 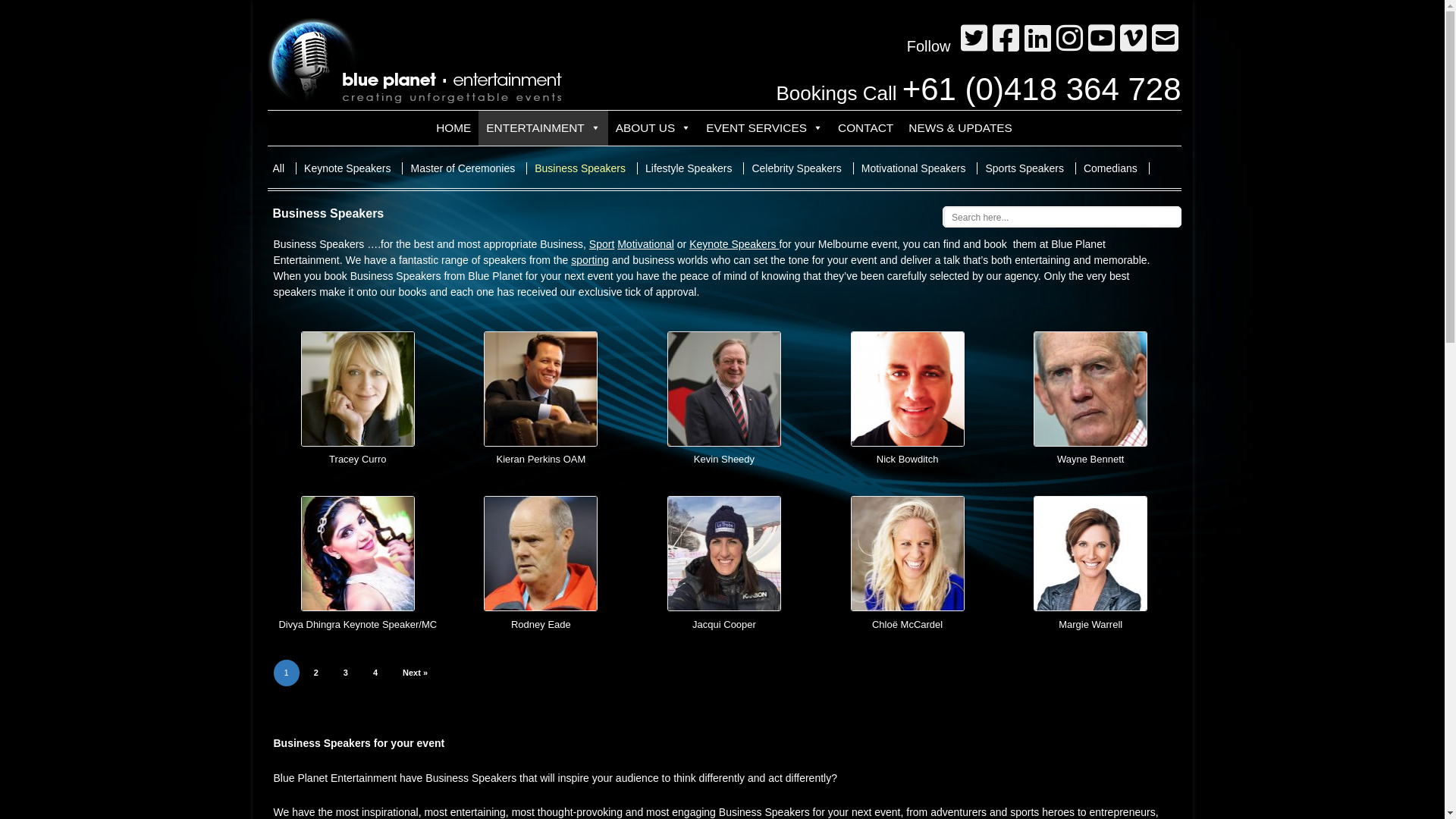 What do you see at coordinates (694, 168) in the screenshot?
I see `'Lifestyle Speakers'` at bounding box center [694, 168].